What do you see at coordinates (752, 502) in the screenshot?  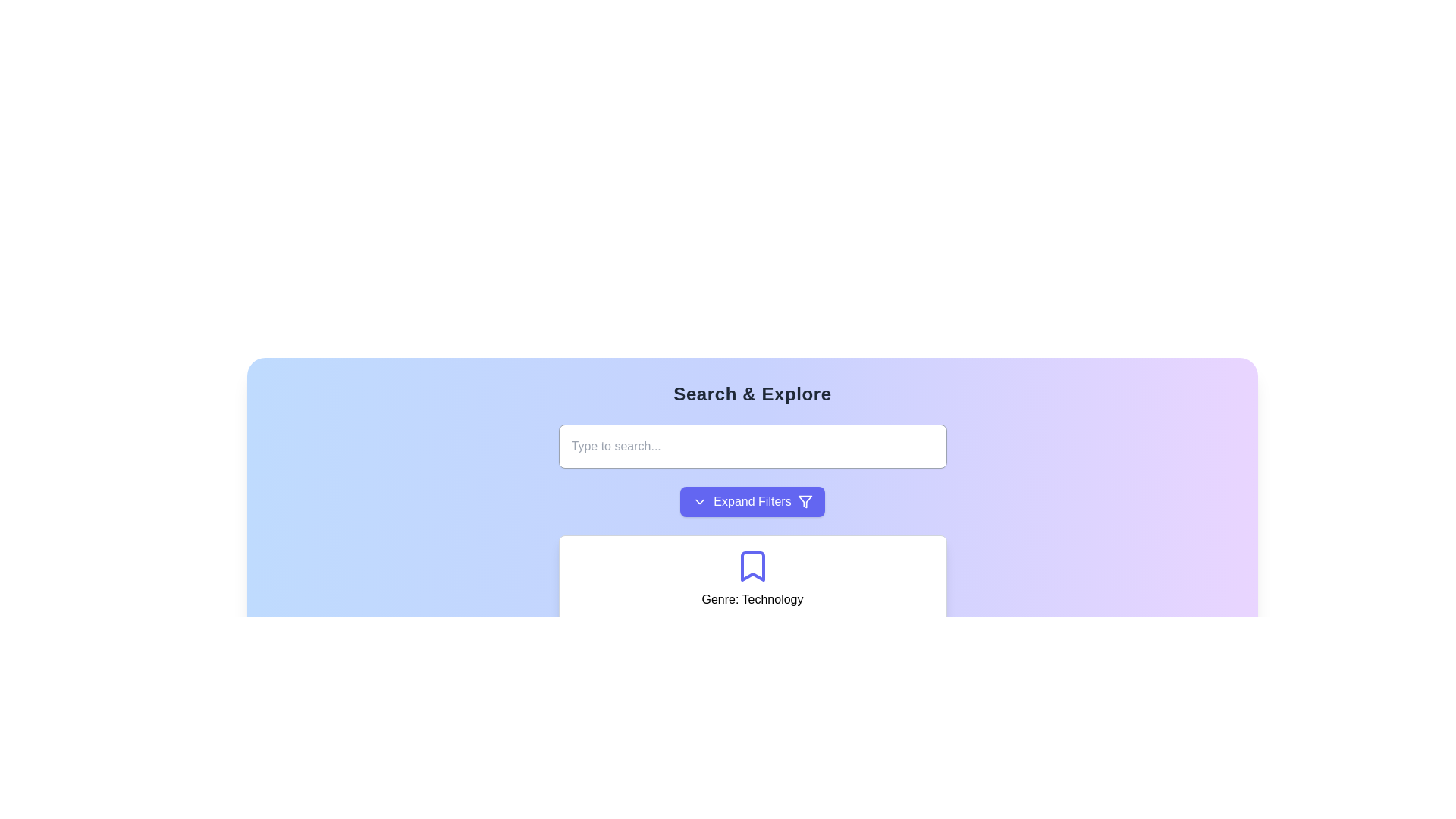 I see `the text label within the button that toggles or expands the filter section` at bounding box center [752, 502].